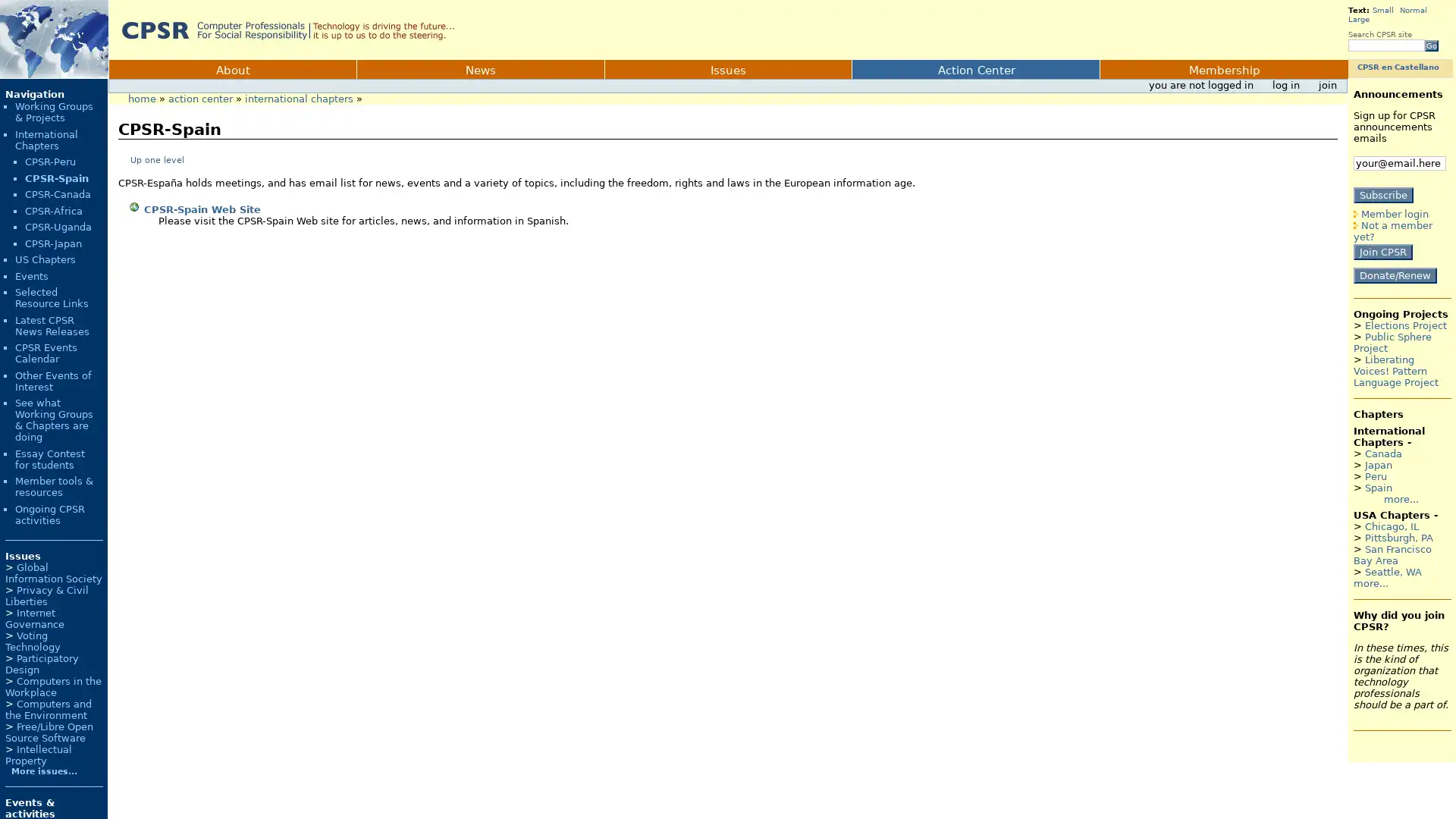 The width and height of the screenshot is (1456, 819). I want to click on Join CPSR, so click(1382, 251).